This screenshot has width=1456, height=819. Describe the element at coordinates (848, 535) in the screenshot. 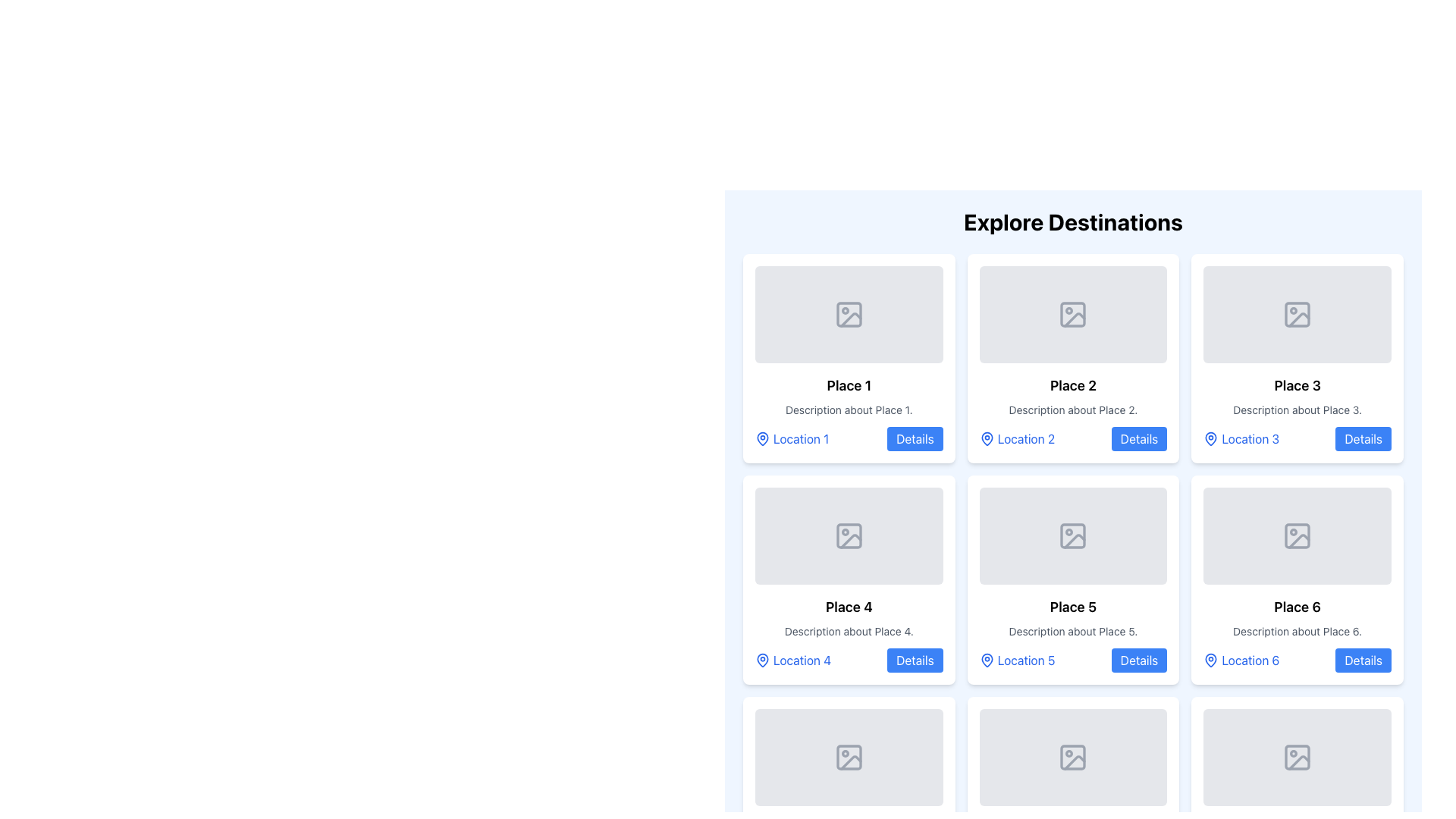

I see `the Decorative Placeholder Icon located in the fourth card of the grid layout, which signifies an unavailable image asset` at that location.